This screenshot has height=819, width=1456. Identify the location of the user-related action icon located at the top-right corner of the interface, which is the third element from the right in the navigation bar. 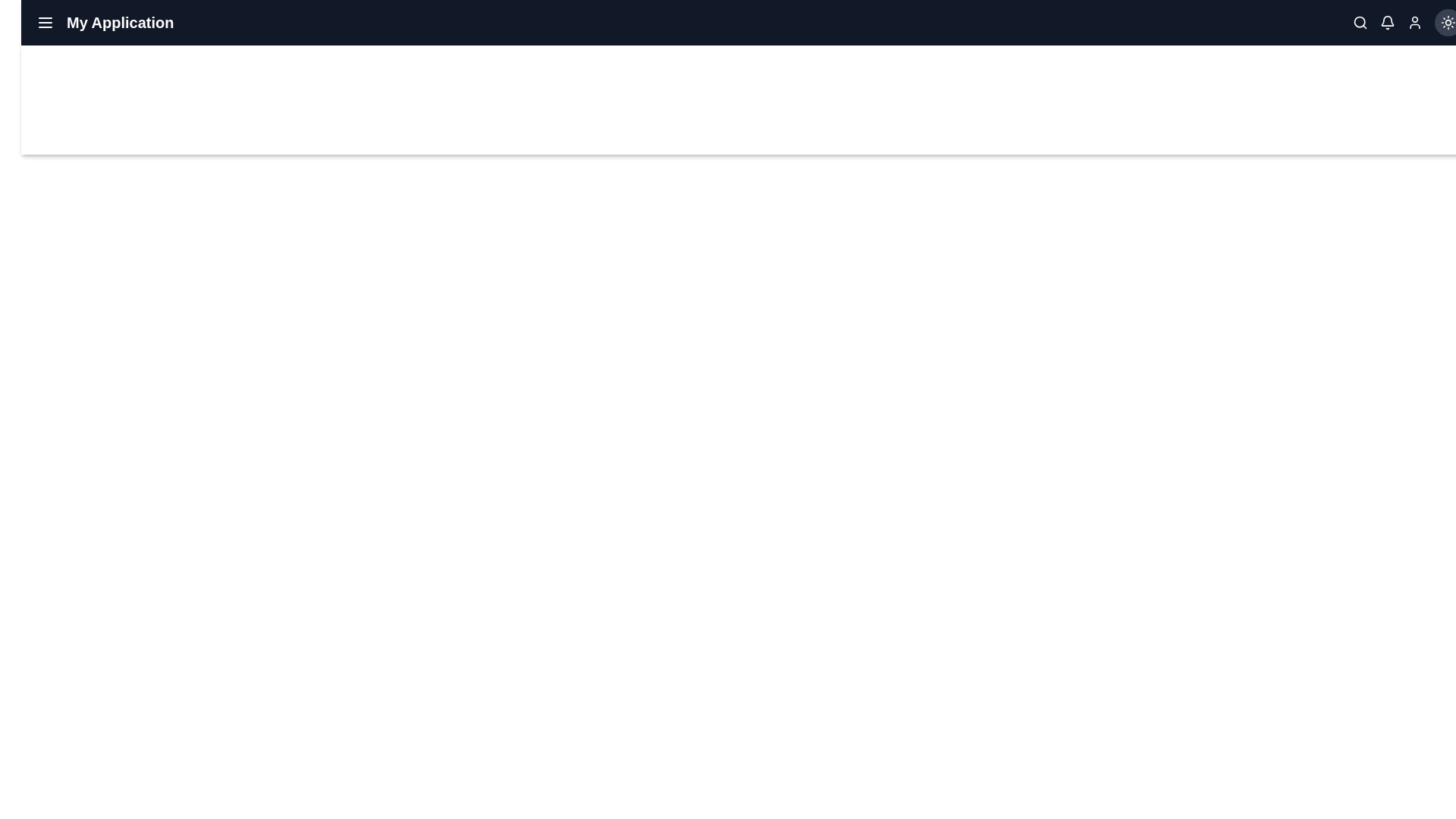
(1414, 23).